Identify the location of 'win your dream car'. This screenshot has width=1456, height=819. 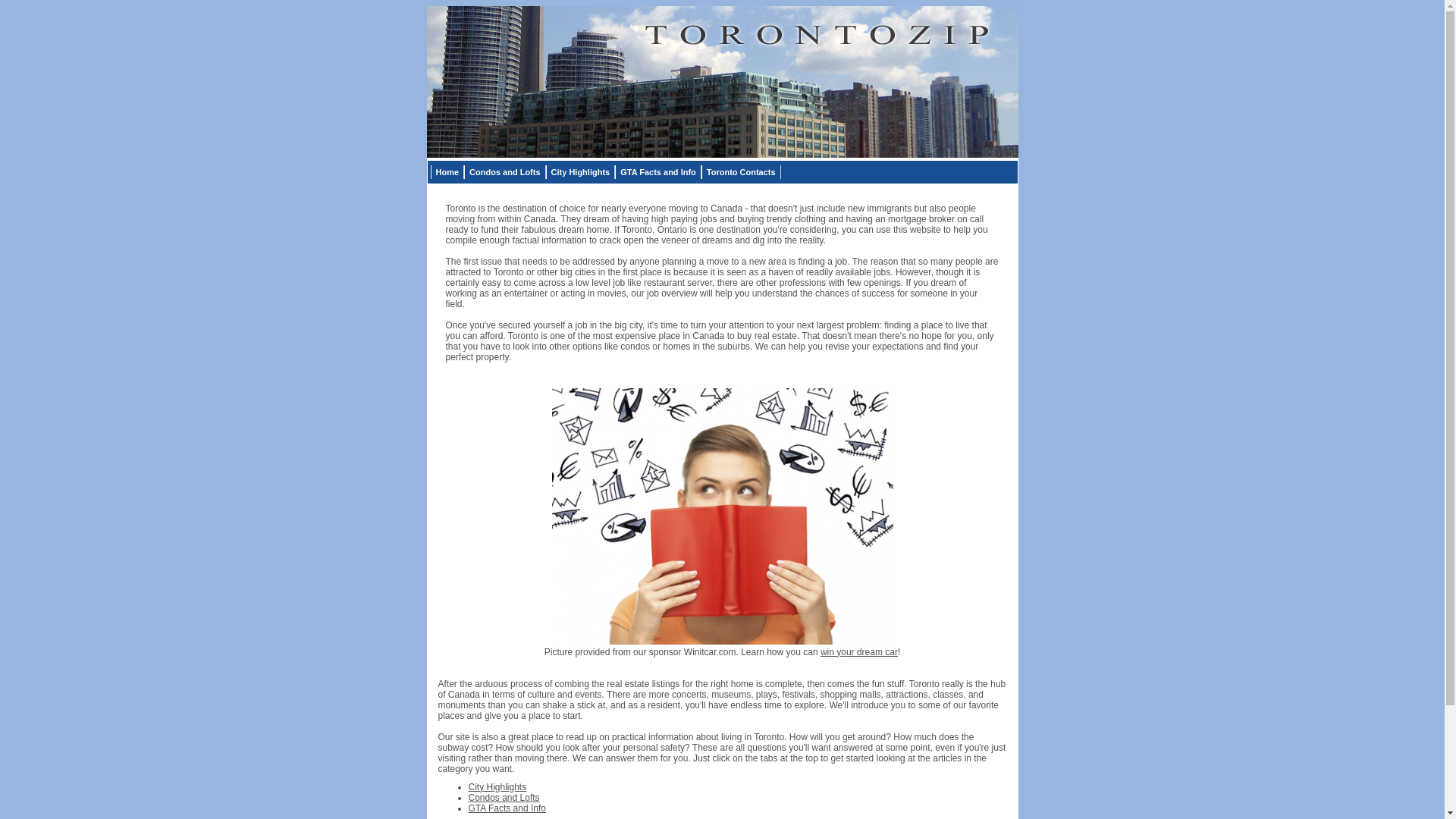
(858, 651).